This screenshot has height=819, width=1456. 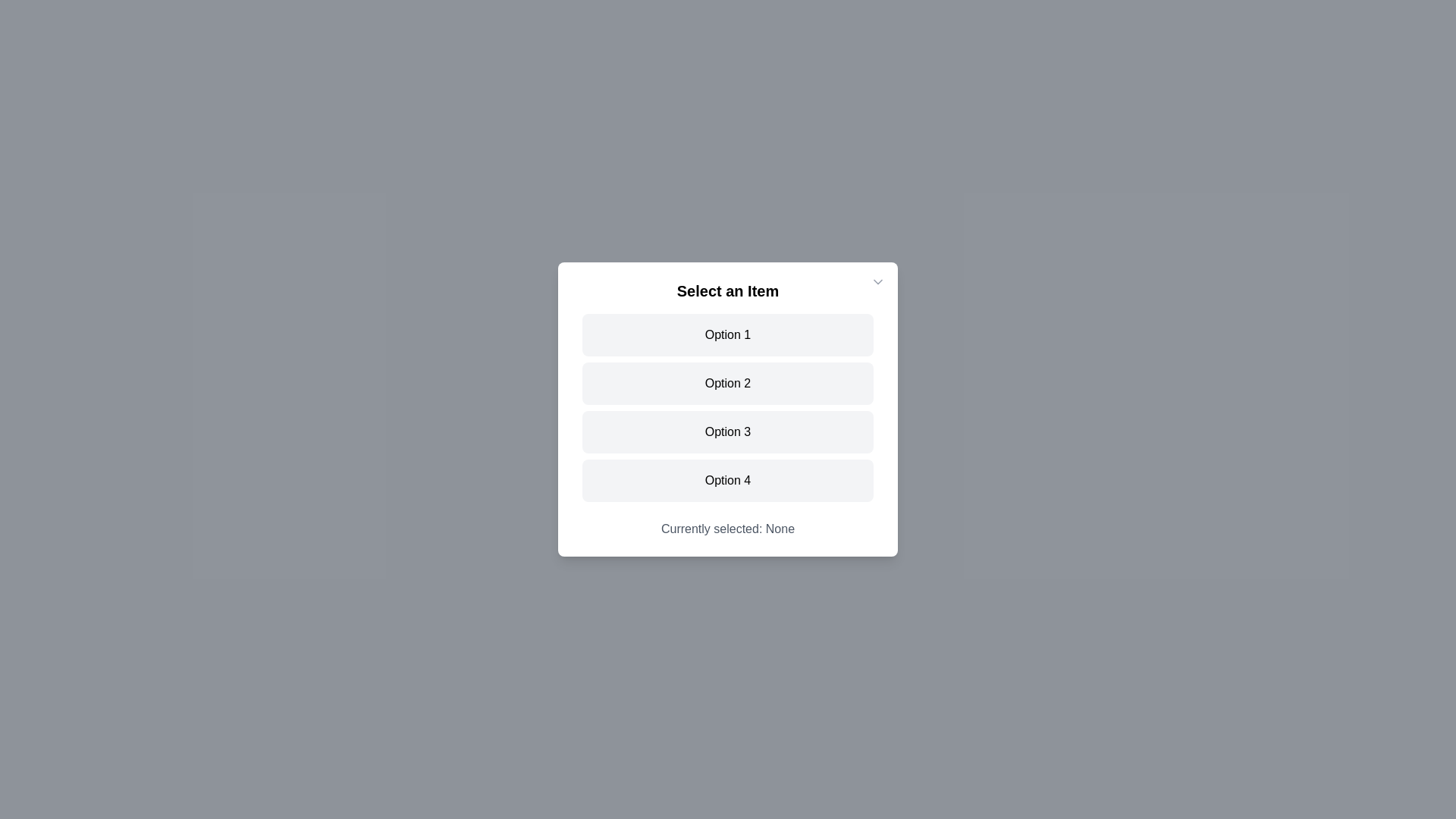 What do you see at coordinates (728, 382) in the screenshot?
I see `the item Option 2 from the list` at bounding box center [728, 382].